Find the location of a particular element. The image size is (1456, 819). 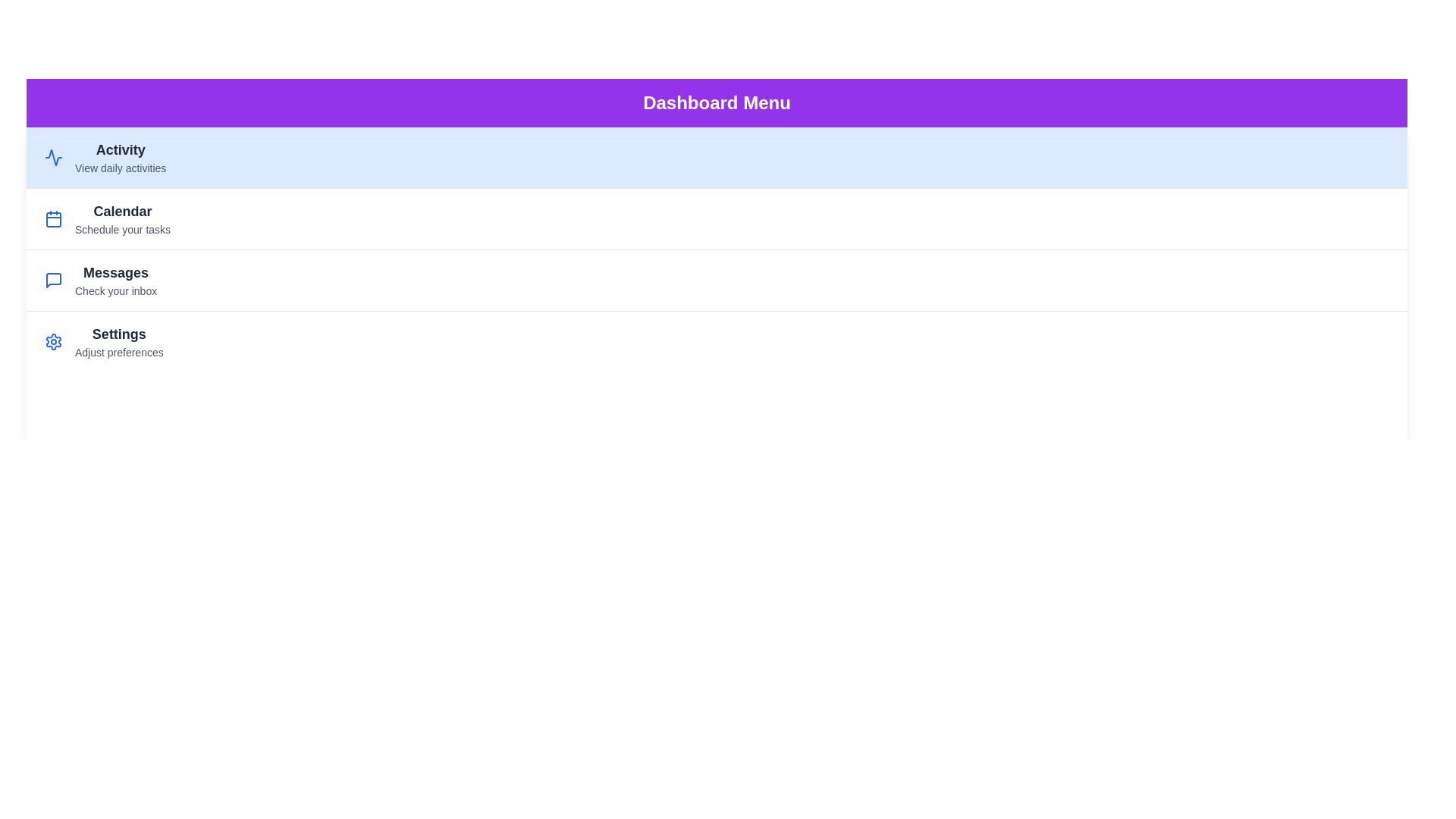

the menu item Activity to see its hover effect is located at coordinates (716, 158).